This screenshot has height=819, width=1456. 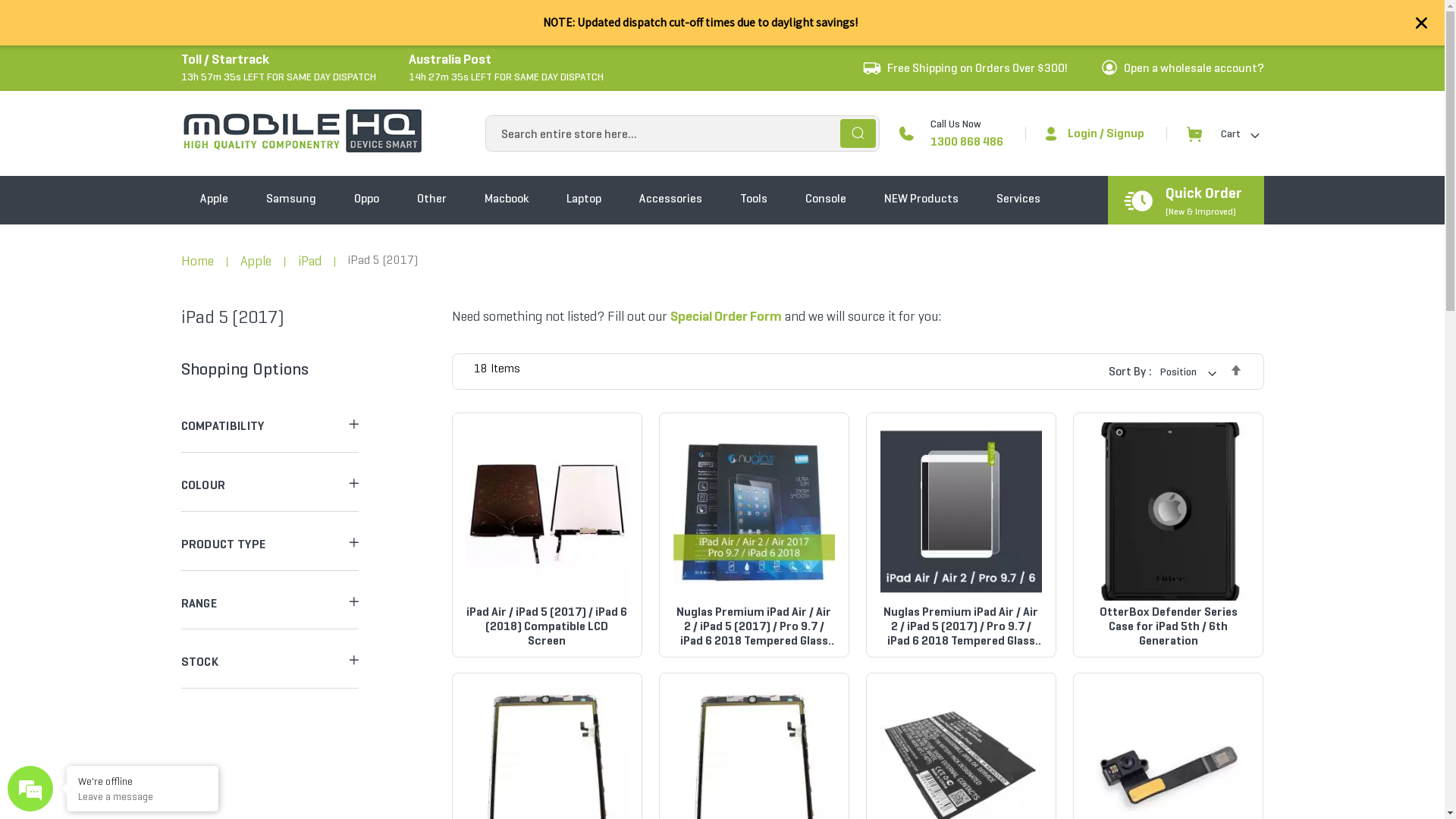 I want to click on 'Tools', so click(x=753, y=153).